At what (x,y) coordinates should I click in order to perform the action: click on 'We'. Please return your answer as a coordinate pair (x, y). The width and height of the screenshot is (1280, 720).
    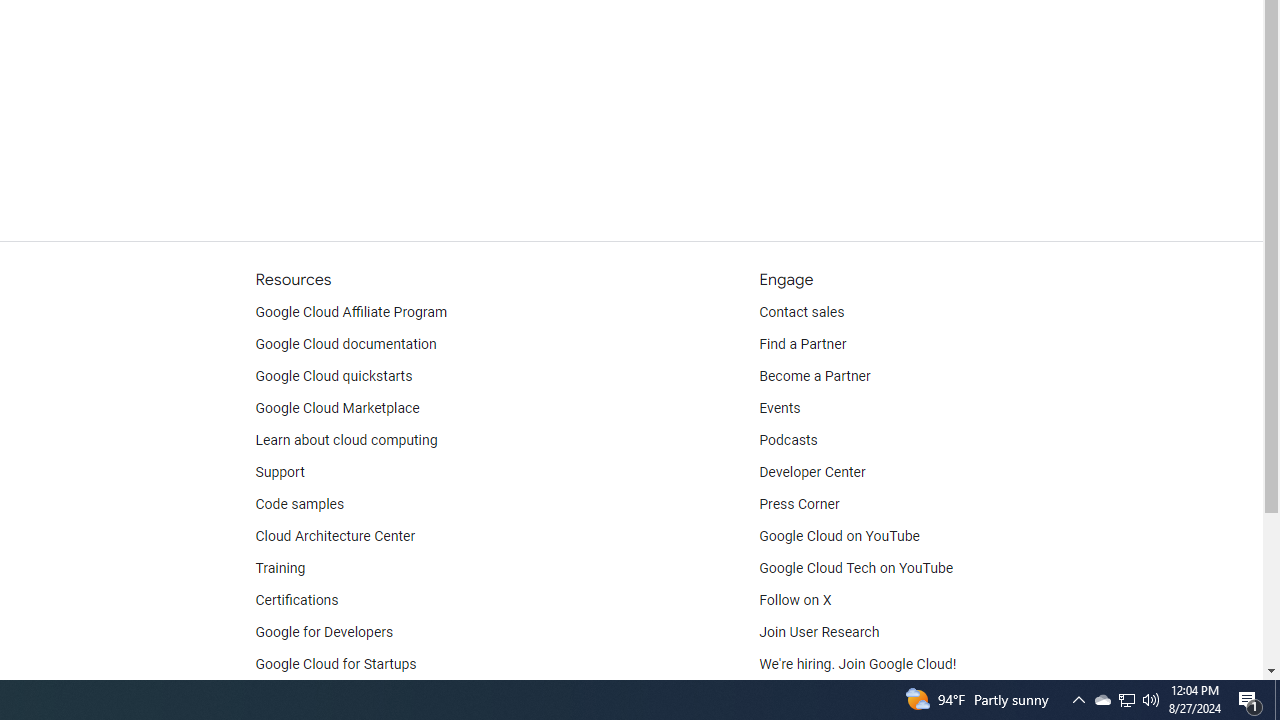
    Looking at the image, I should click on (858, 664).